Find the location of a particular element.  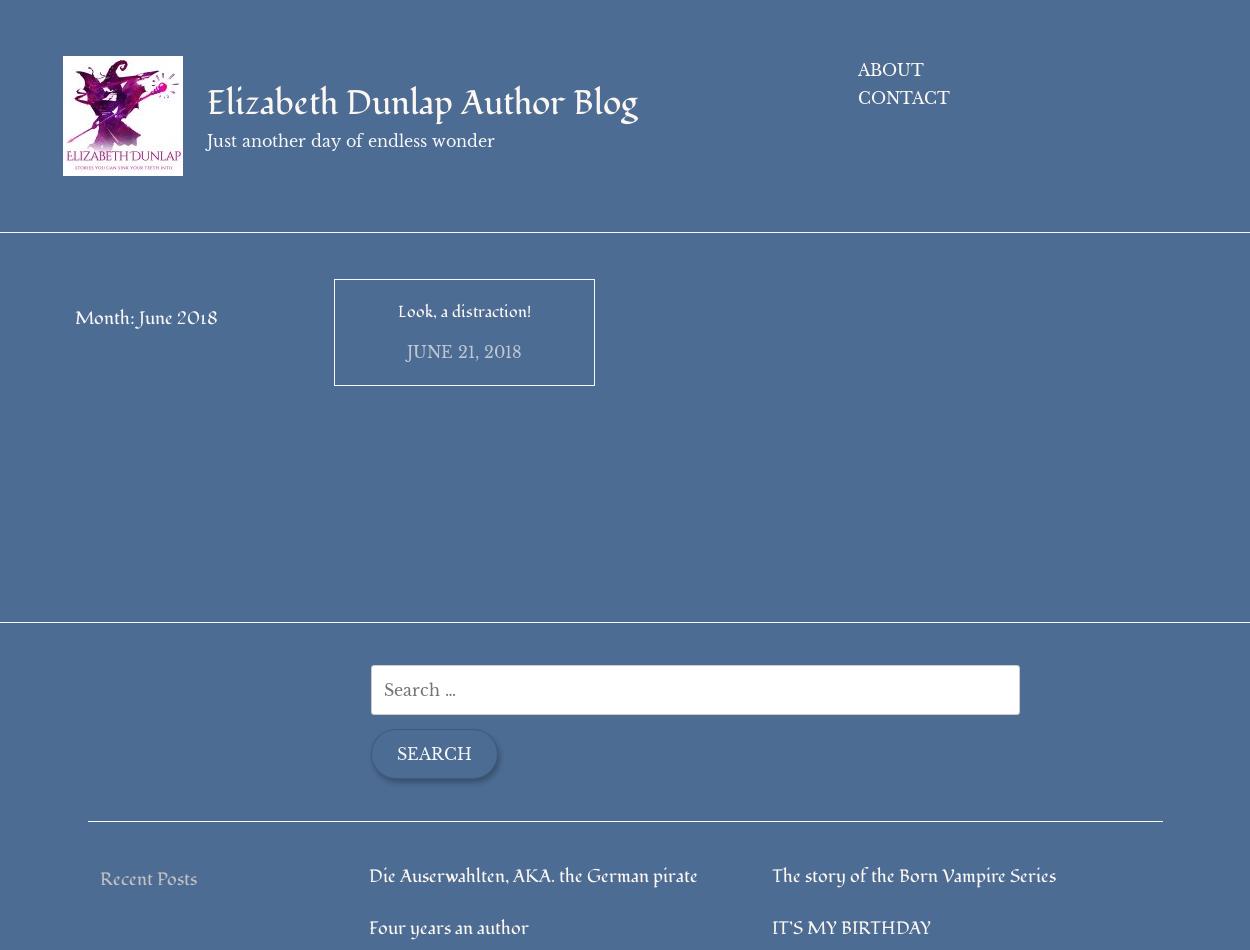

'Elizabeth Dunlap Author Blog' is located at coordinates (205, 102).